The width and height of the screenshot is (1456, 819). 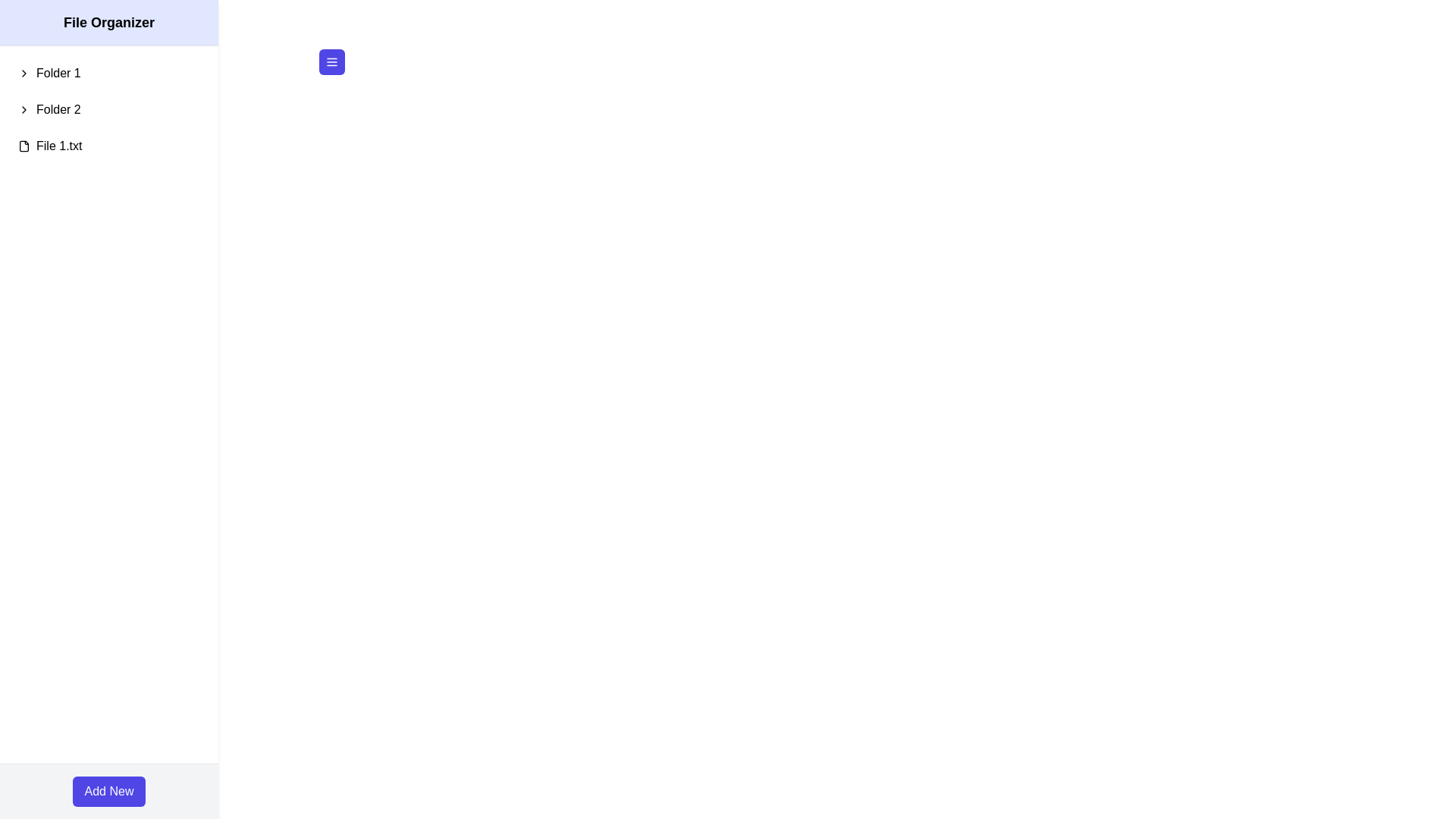 I want to click on the first list item representing a folder in the file explorer, so click(x=108, y=73).